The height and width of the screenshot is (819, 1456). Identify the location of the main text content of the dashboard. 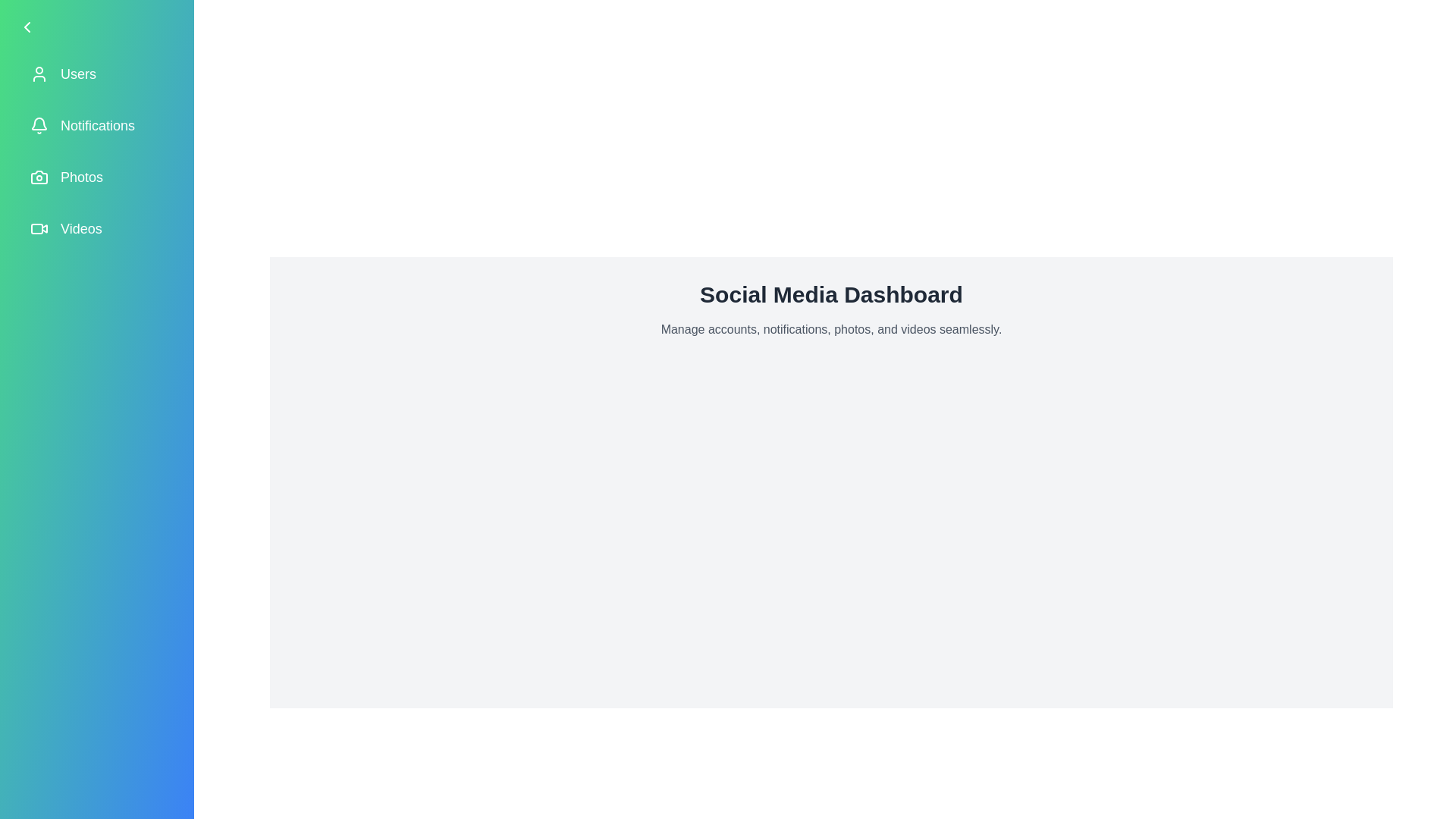
(830, 329).